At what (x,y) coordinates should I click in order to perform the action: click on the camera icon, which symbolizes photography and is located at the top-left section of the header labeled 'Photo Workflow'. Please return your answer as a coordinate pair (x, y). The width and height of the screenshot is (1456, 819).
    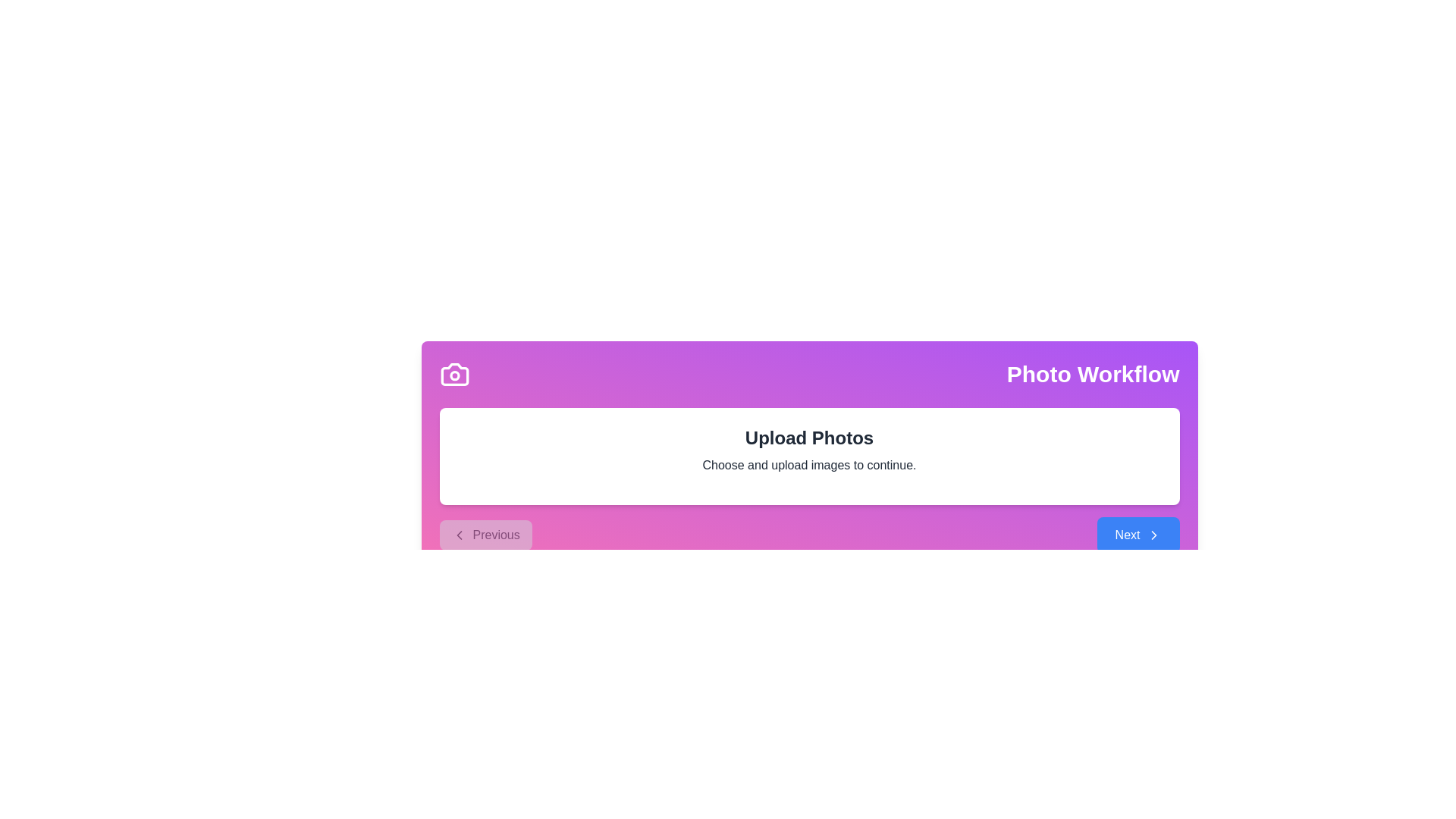
    Looking at the image, I should click on (453, 374).